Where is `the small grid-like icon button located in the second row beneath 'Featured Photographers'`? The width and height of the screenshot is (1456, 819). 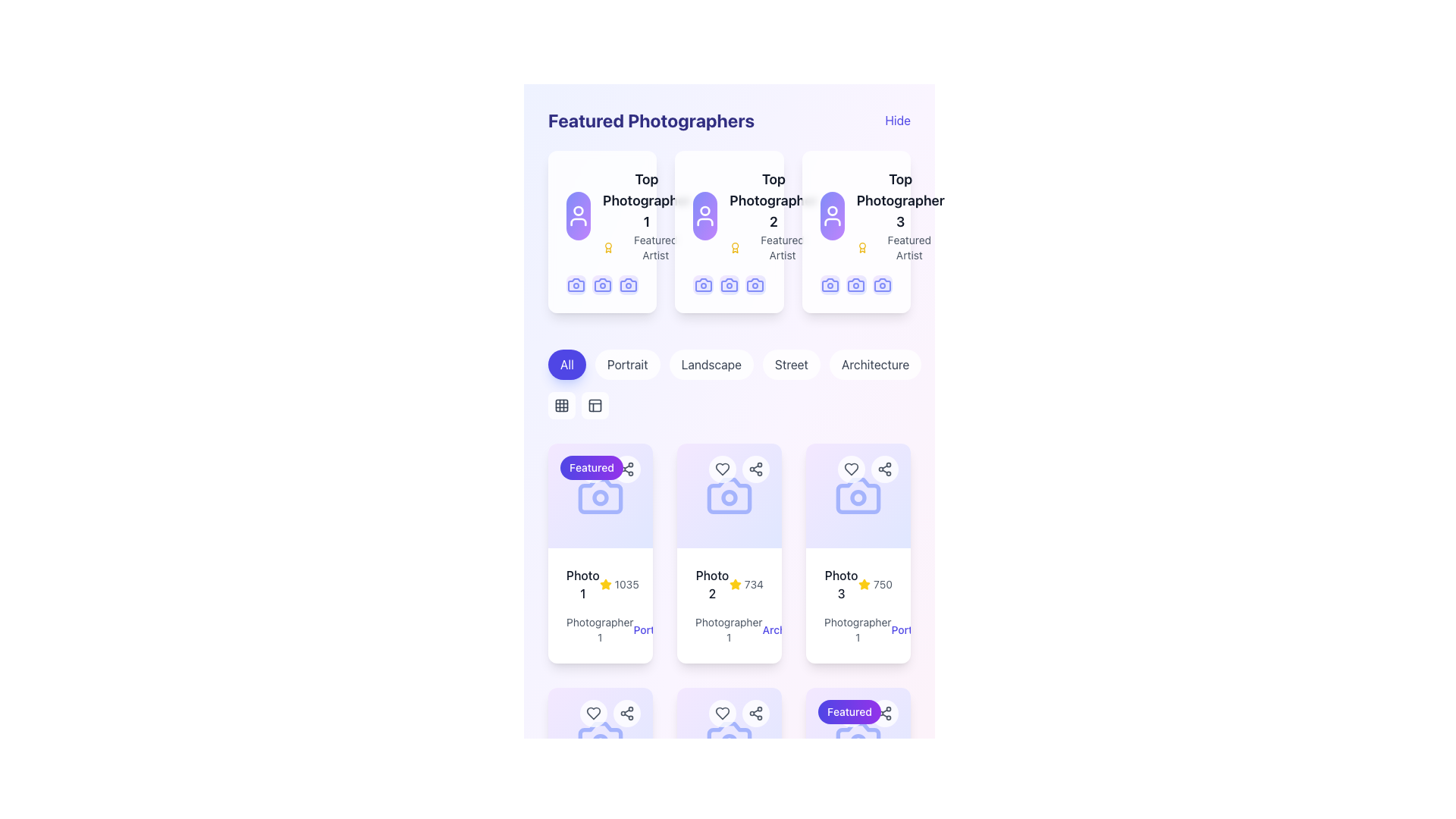
the small grid-like icon button located in the second row beneath 'Featured Photographers' is located at coordinates (560, 405).